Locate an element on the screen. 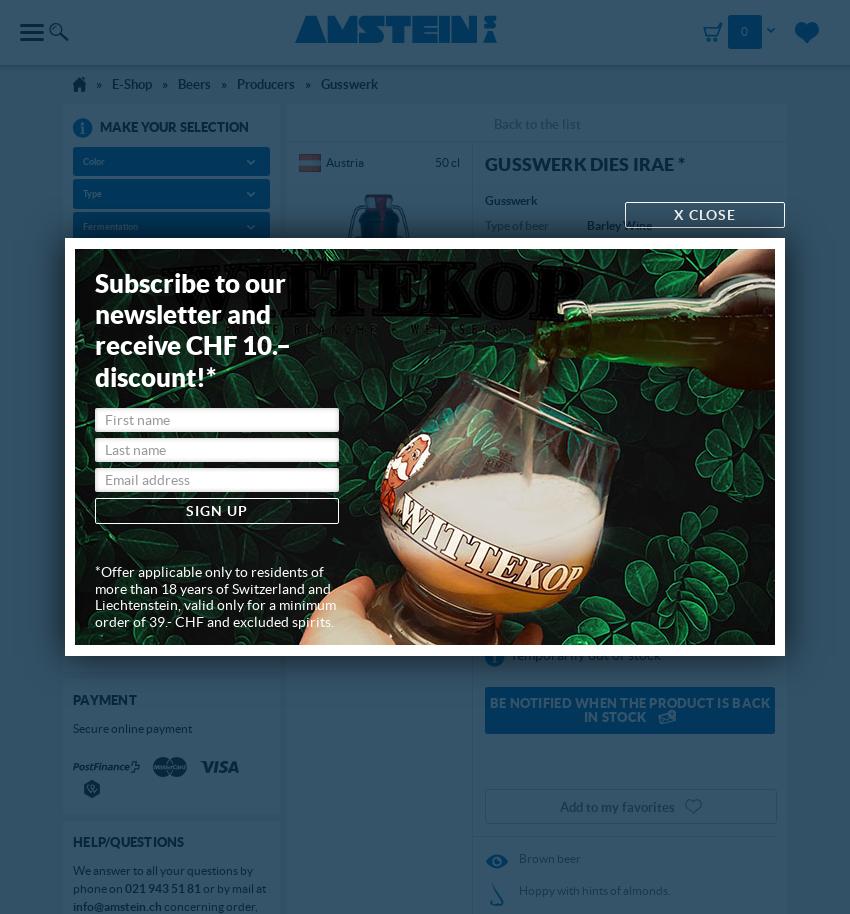 The image size is (850, 914). 'Hoppy with hints of almonds.' is located at coordinates (595, 888).